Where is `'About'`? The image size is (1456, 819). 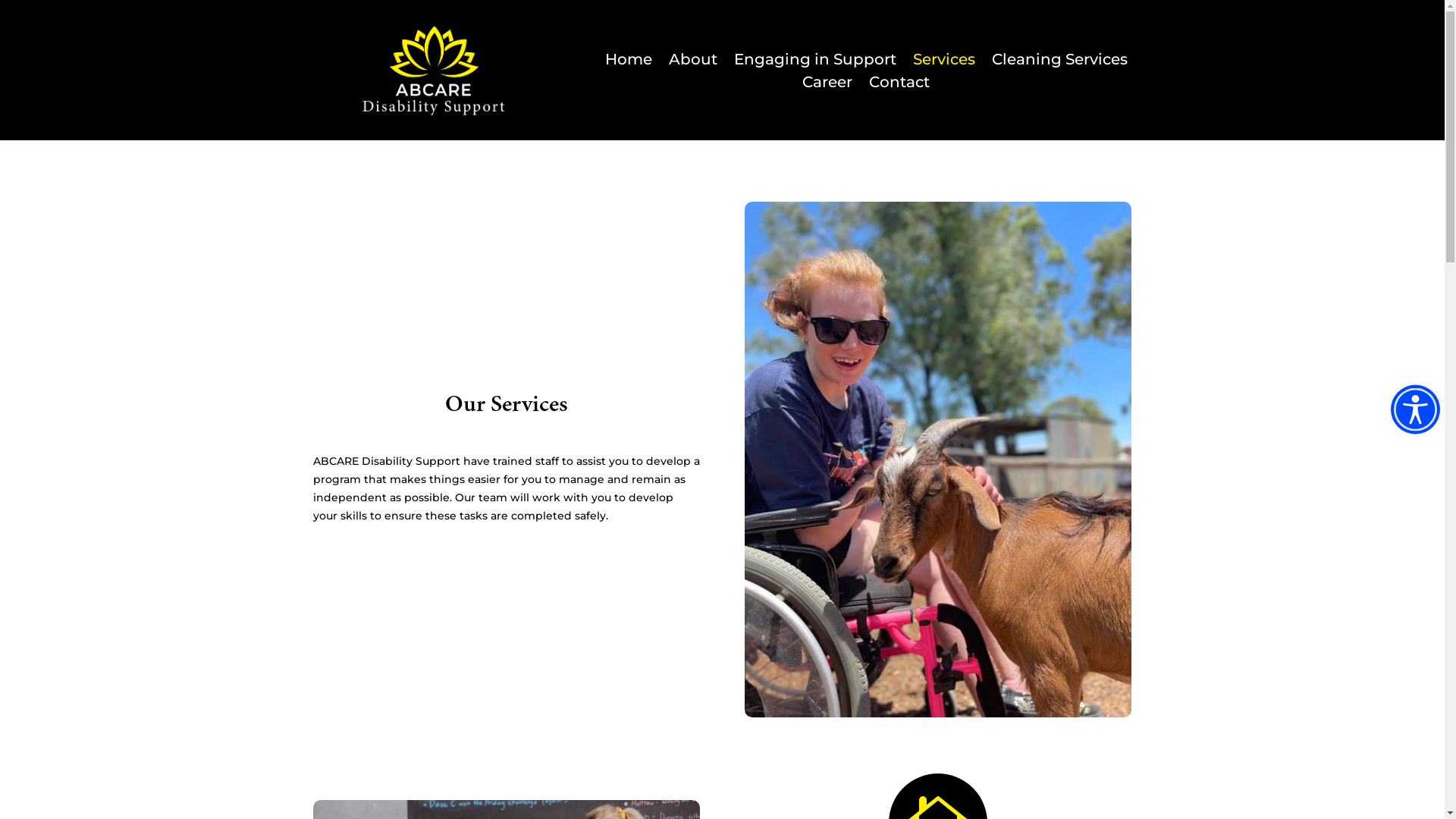 'About' is located at coordinates (692, 61).